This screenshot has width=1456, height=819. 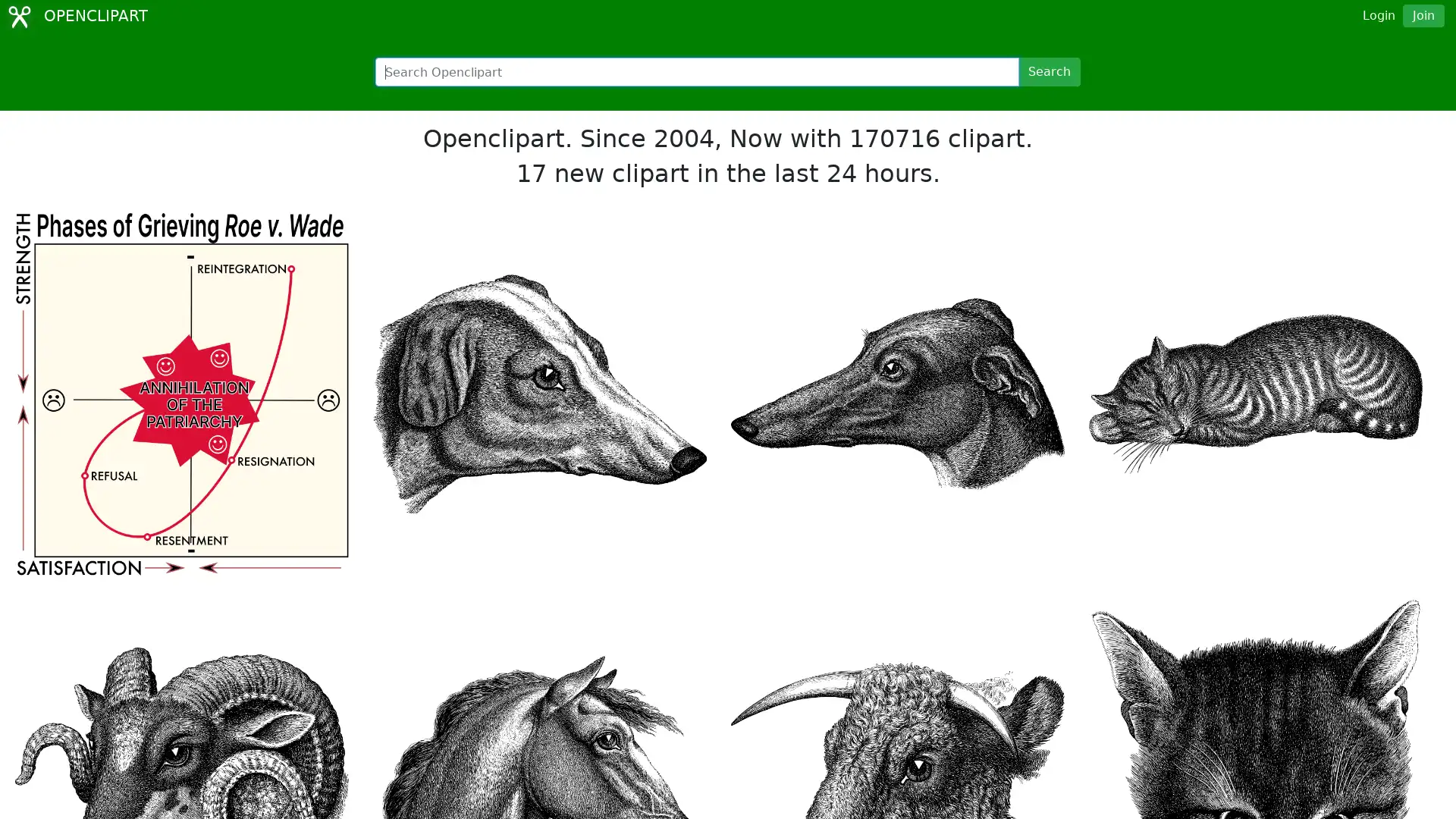 I want to click on Search, so click(x=1048, y=72).